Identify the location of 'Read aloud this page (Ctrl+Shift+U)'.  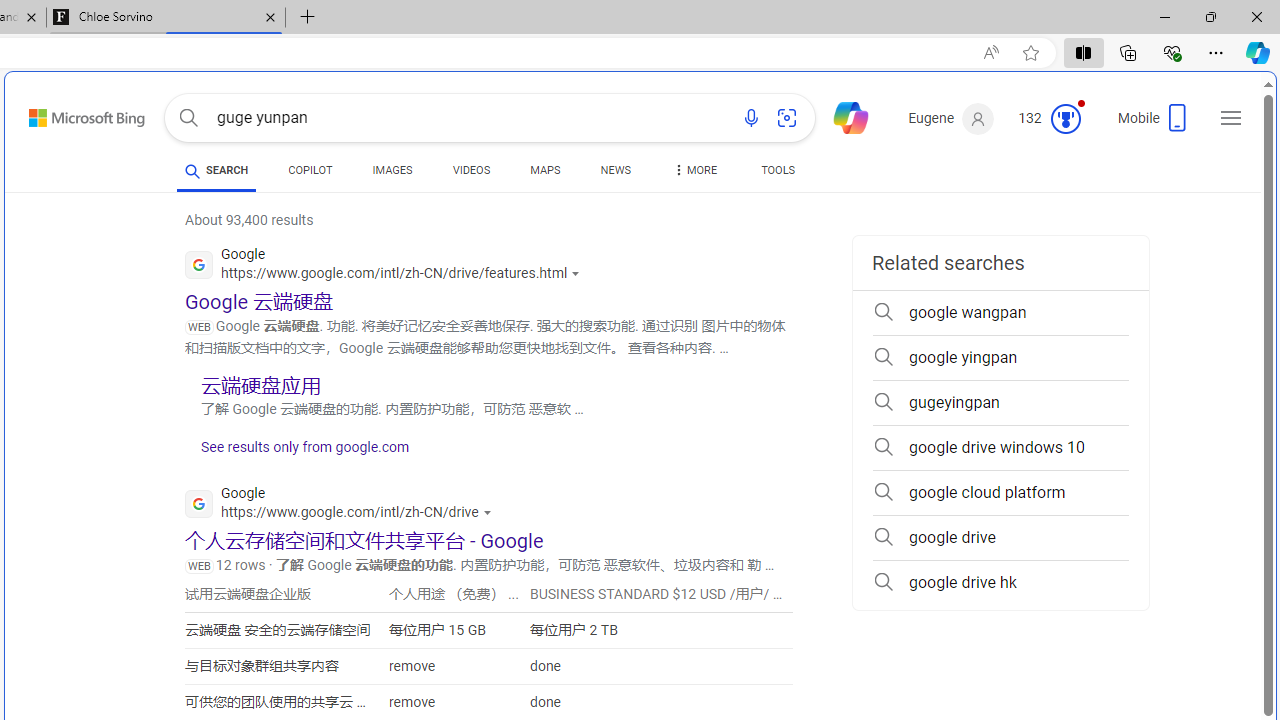
(991, 52).